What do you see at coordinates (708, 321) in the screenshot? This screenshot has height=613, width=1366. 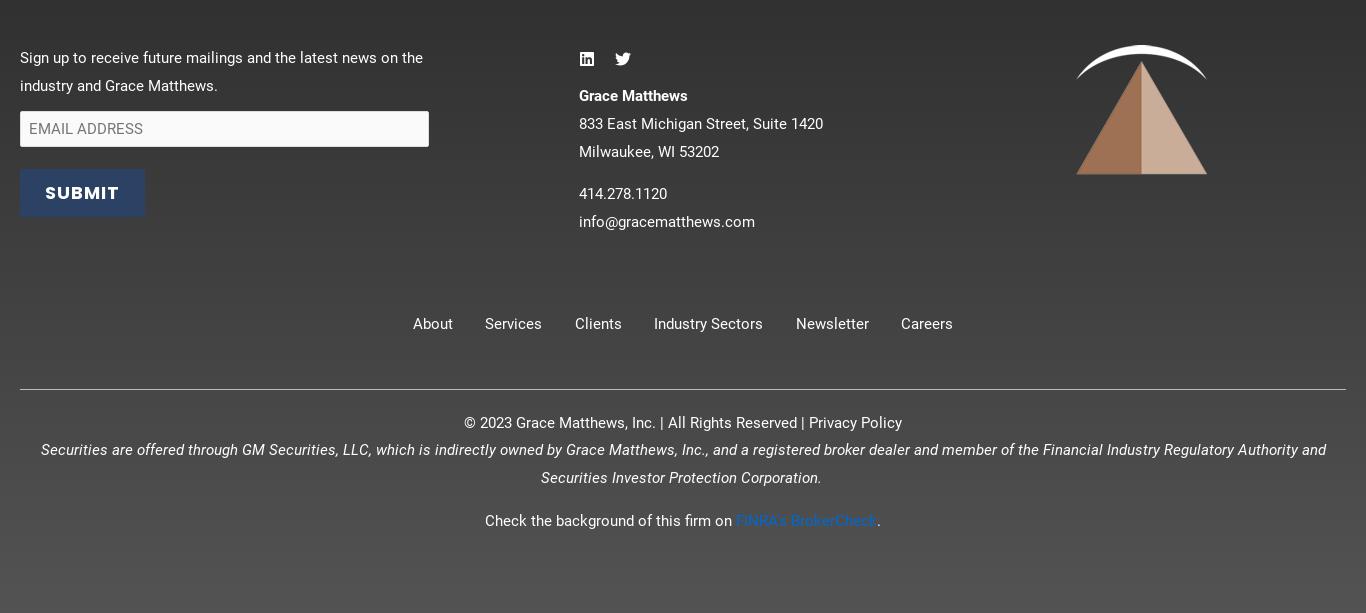 I see `'Industry Sectors'` at bounding box center [708, 321].